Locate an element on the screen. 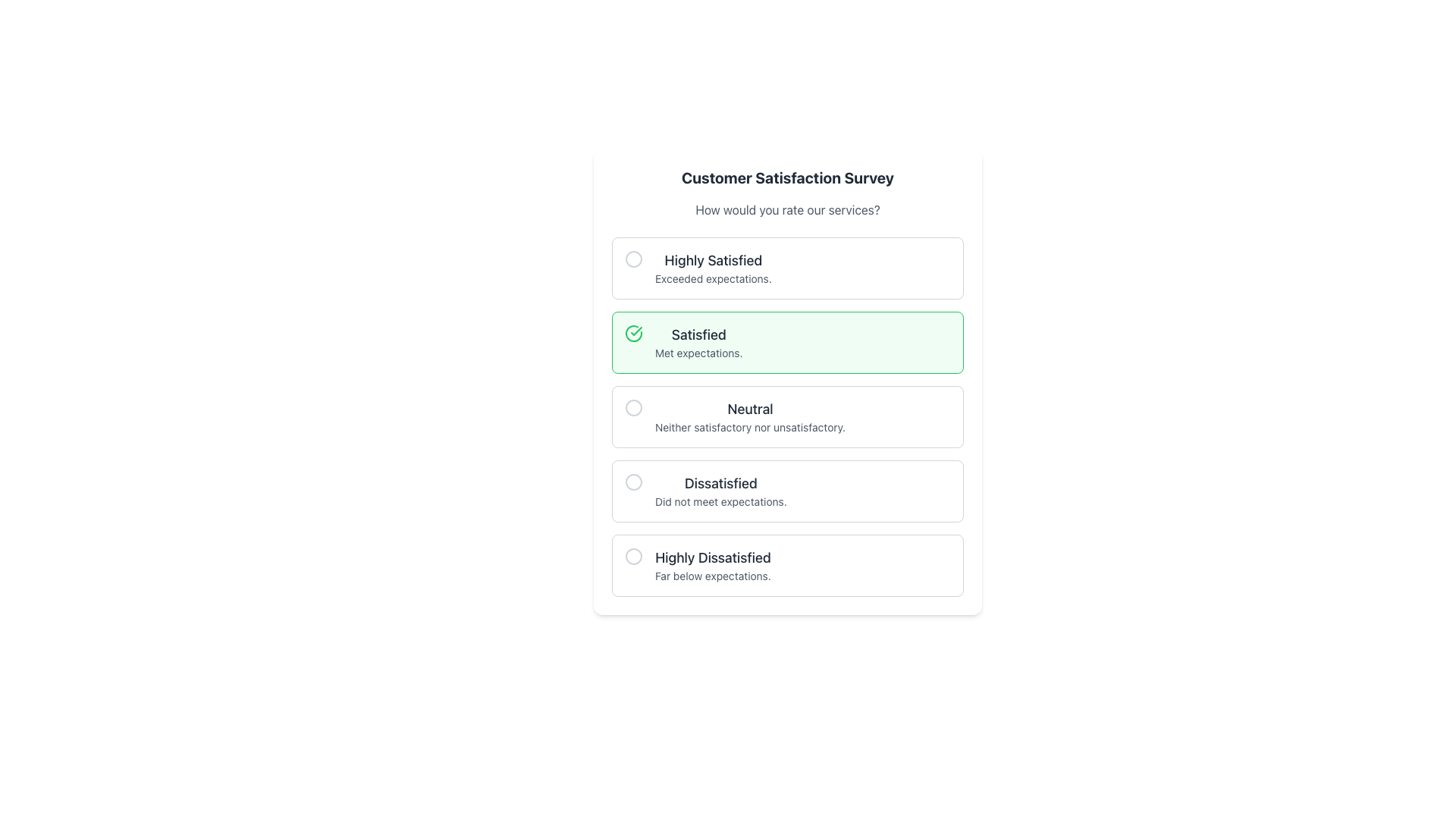 This screenshot has width=1456, height=819. the segmented vertical radio group option in the Customer Satisfaction Survey is located at coordinates (787, 417).